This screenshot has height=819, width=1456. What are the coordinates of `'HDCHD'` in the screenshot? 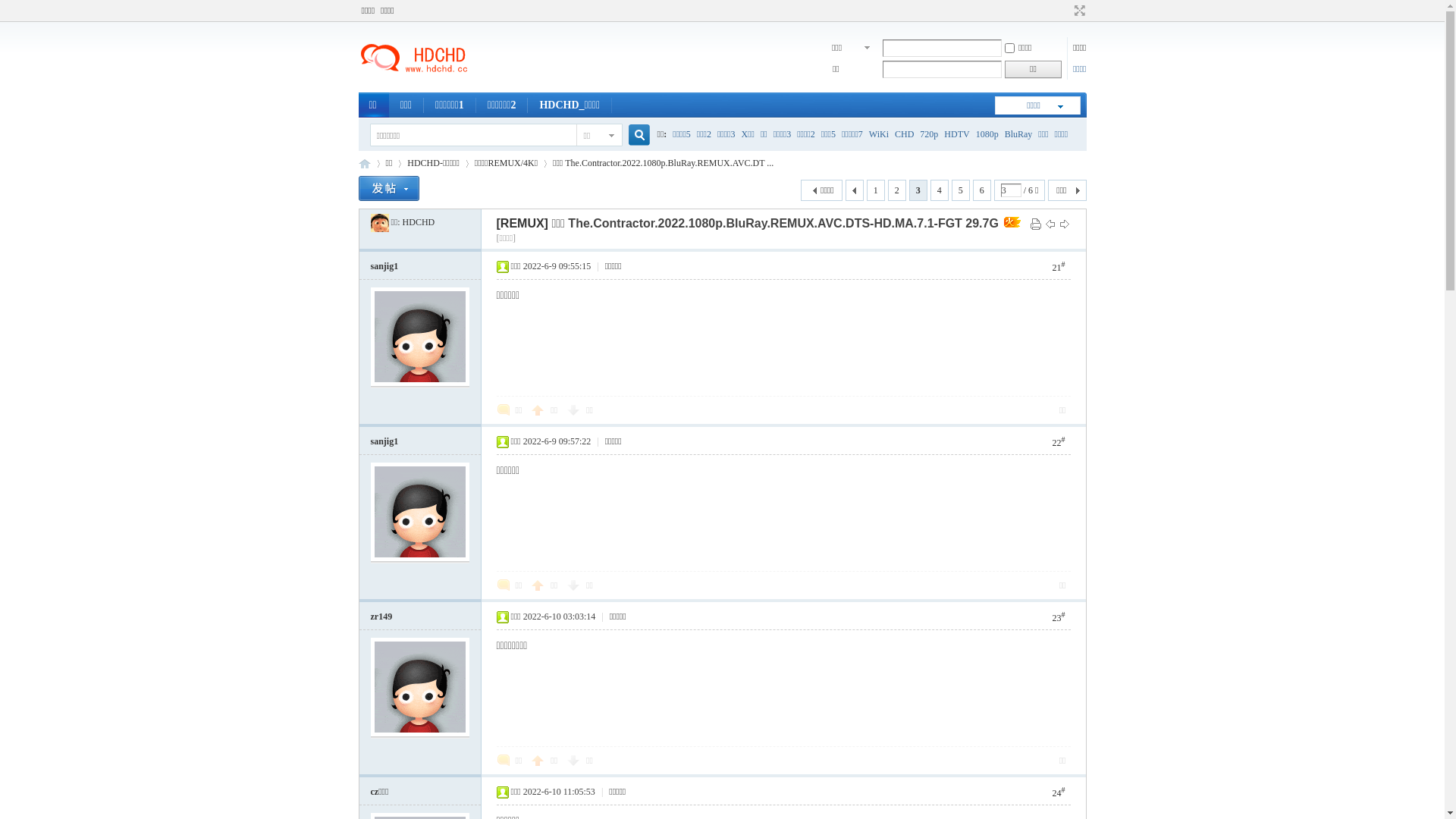 It's located at (370, 222).